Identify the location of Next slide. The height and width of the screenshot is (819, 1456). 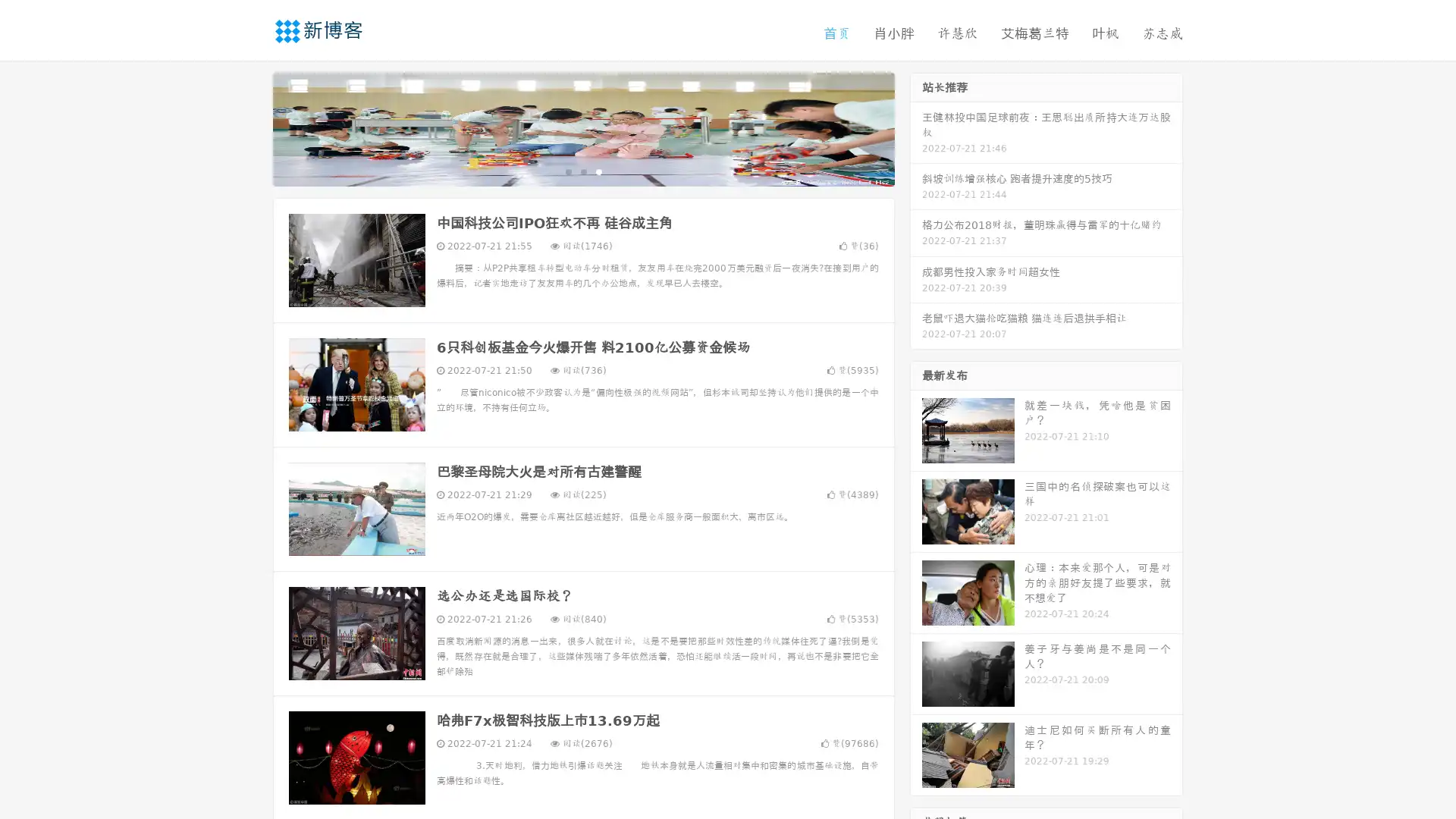
(916, 127).